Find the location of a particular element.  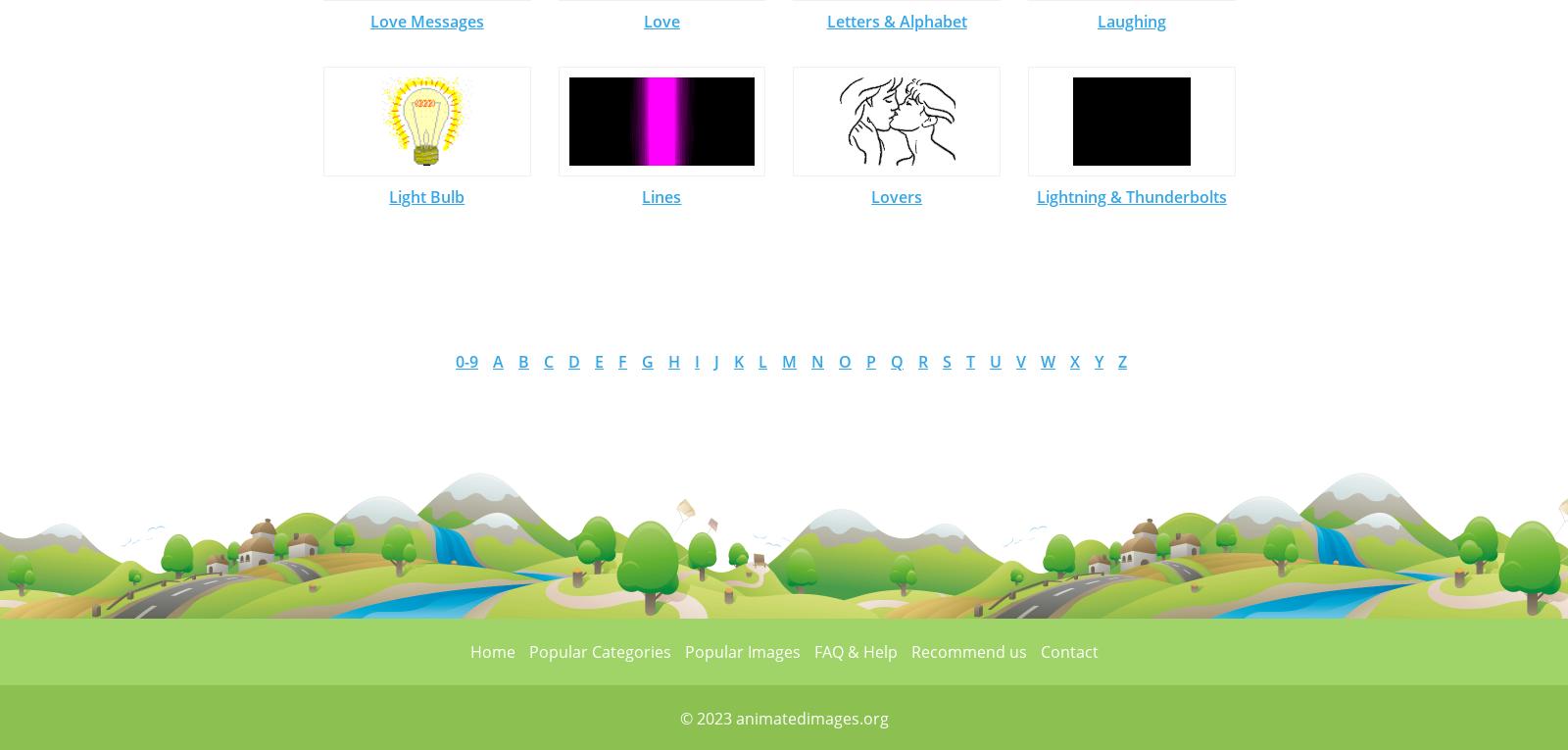

'K' is located at coordinates (739, 361).